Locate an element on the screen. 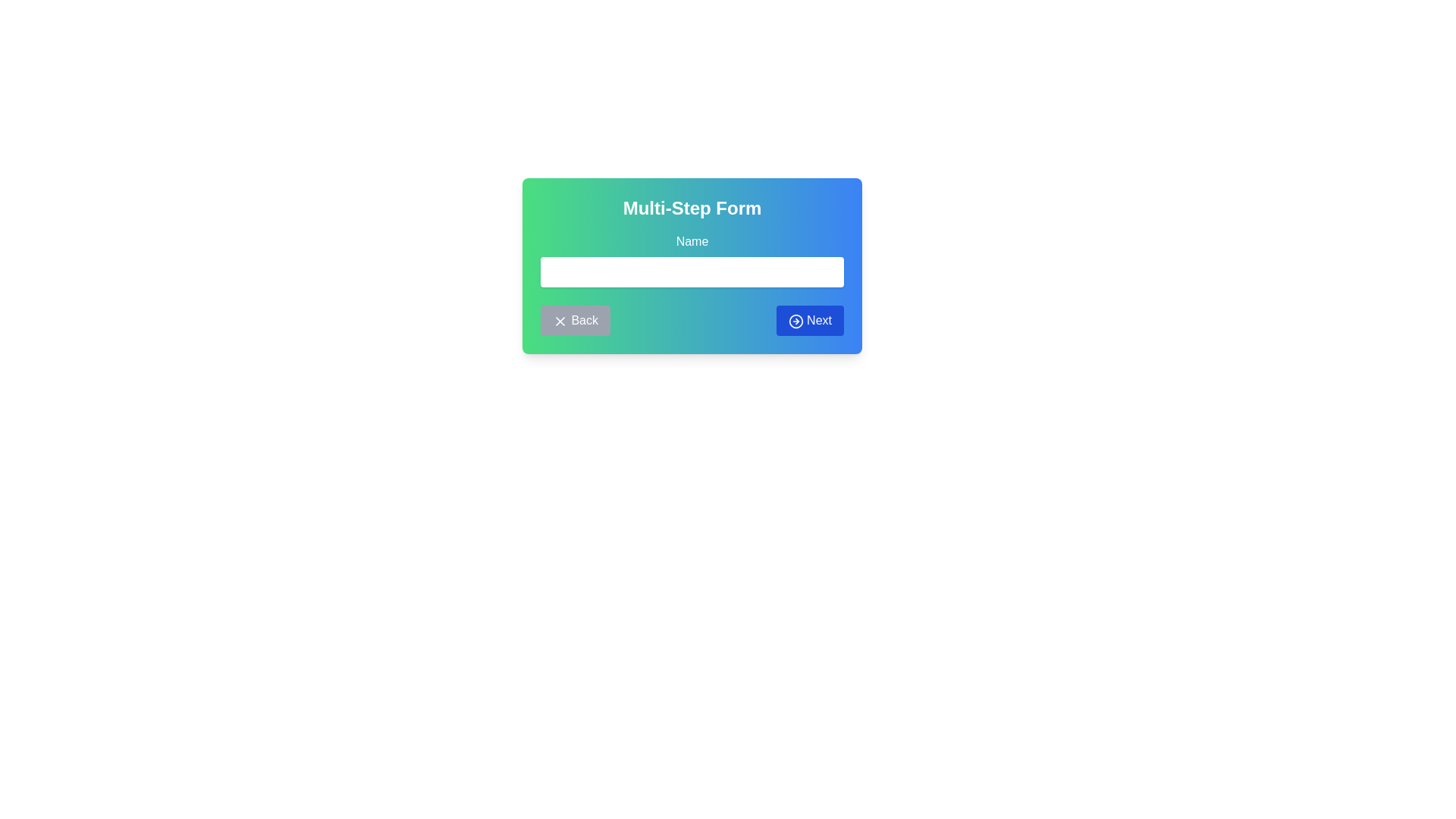 The width and height of the screenshot is (1456, 819). the 'Back' button located at the bottom left of the form interface is located at coordinates (574, 320).